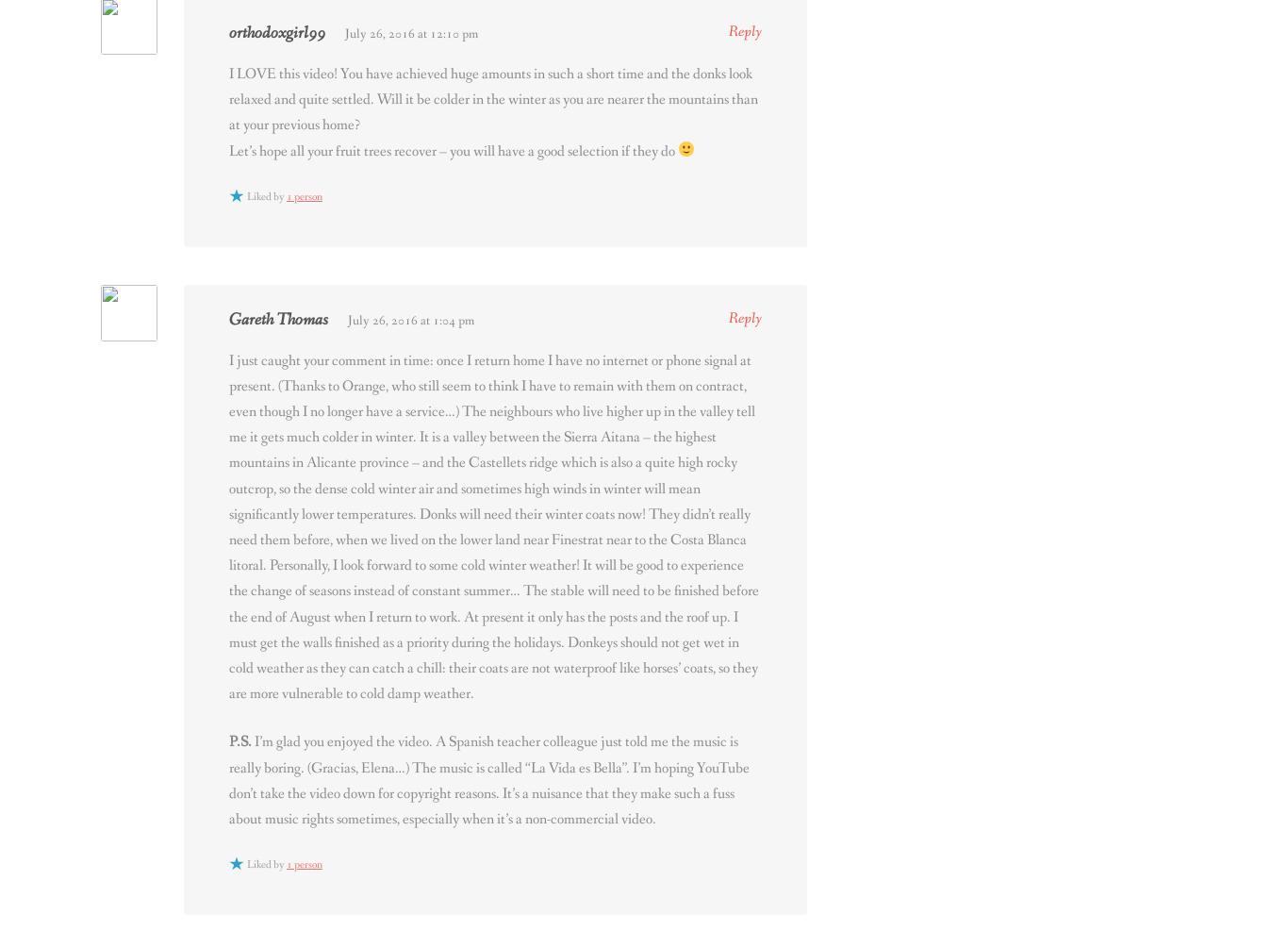 Image resolution: width=1288 pixels, height=947 pixels. What do you see at coordinates (276, 32) in the screenshot?
I see `'orthodoxgirl99'` at bounding box center [276, 32].